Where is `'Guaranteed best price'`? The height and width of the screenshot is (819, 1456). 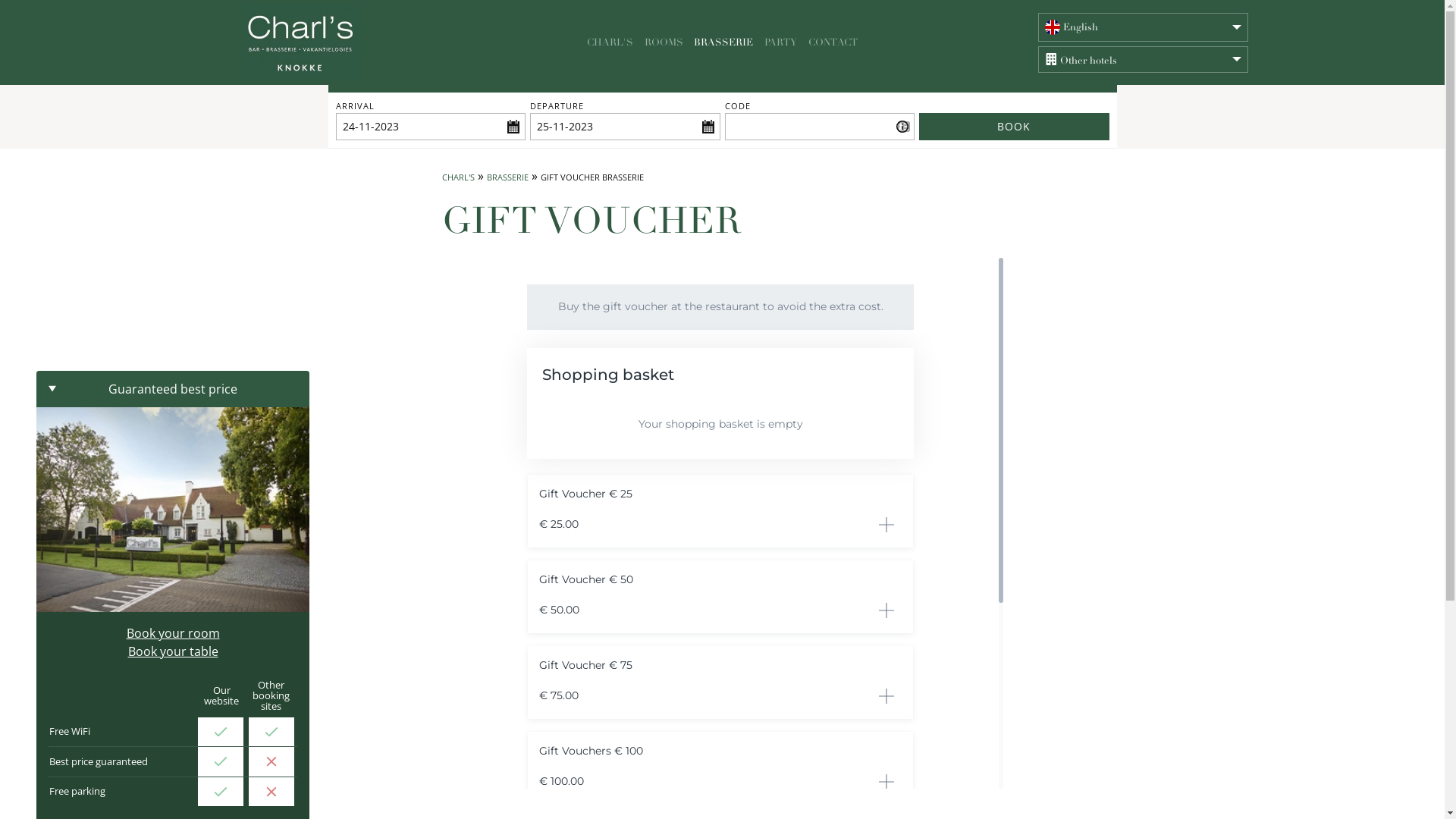 'Guaranteed best price' is located at coordinates (172, 388).